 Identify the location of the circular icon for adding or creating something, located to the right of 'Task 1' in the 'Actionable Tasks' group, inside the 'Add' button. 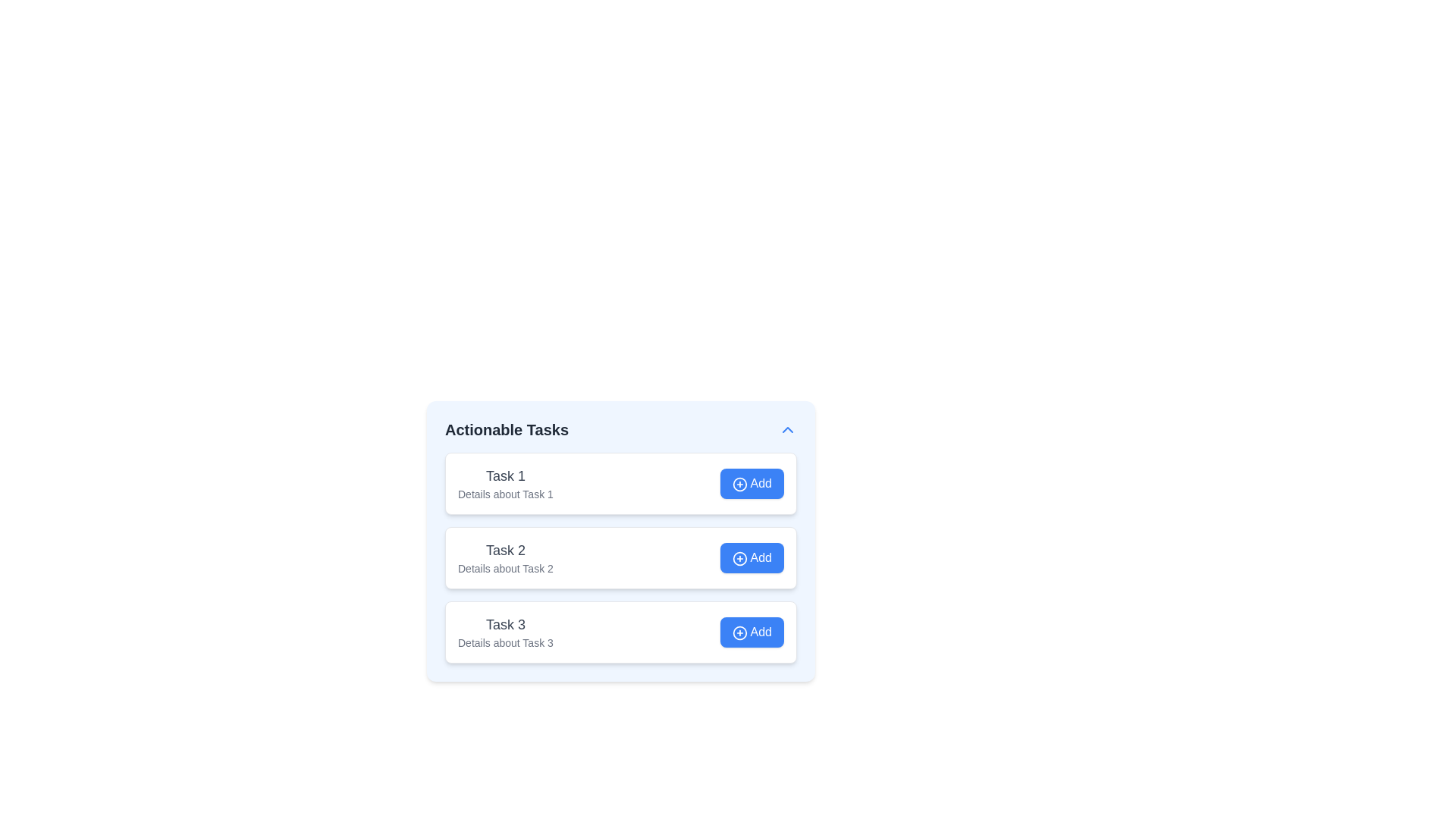
(739, 484).